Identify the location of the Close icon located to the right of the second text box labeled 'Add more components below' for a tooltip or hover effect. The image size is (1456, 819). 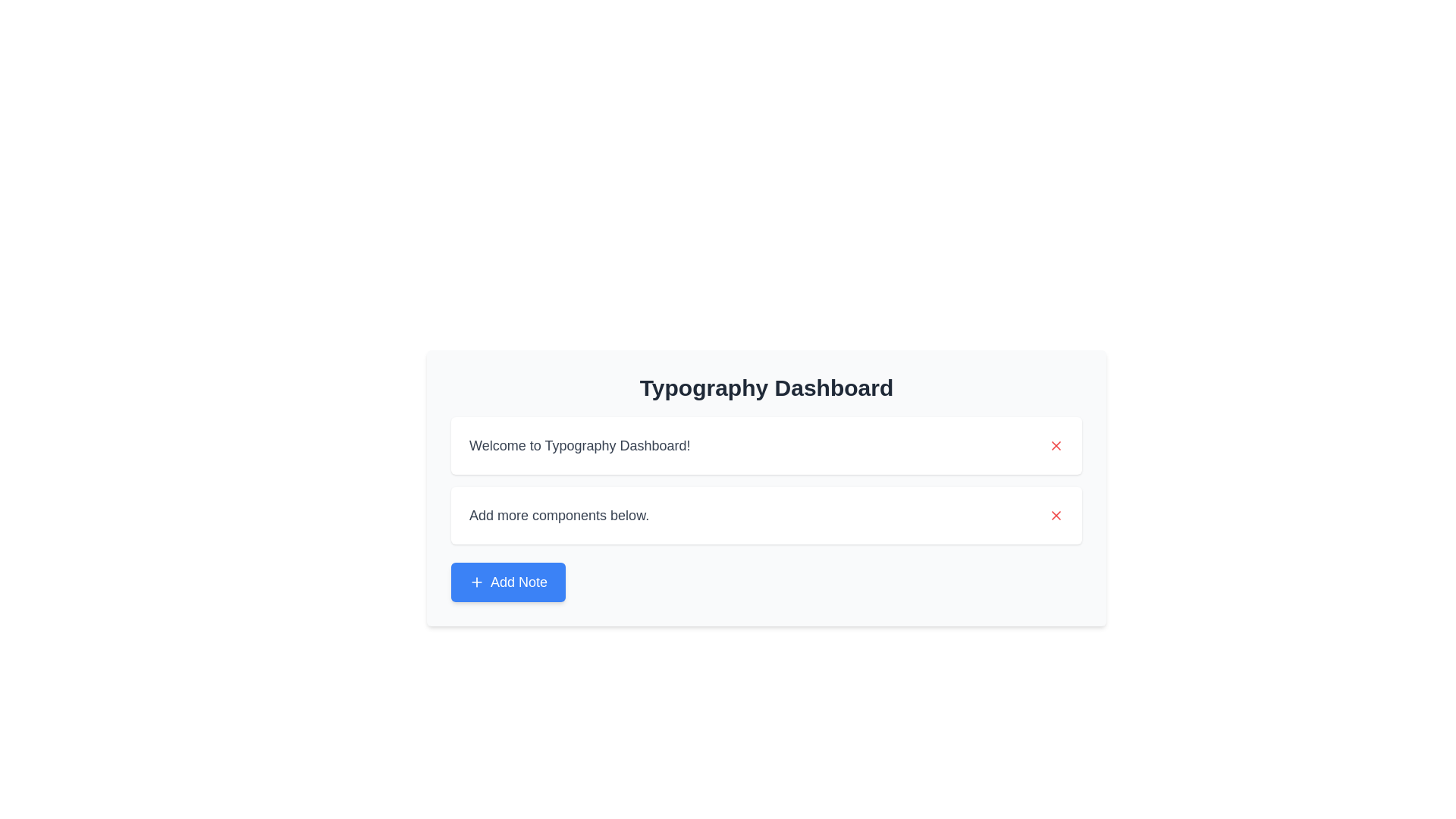
(1055, 514).